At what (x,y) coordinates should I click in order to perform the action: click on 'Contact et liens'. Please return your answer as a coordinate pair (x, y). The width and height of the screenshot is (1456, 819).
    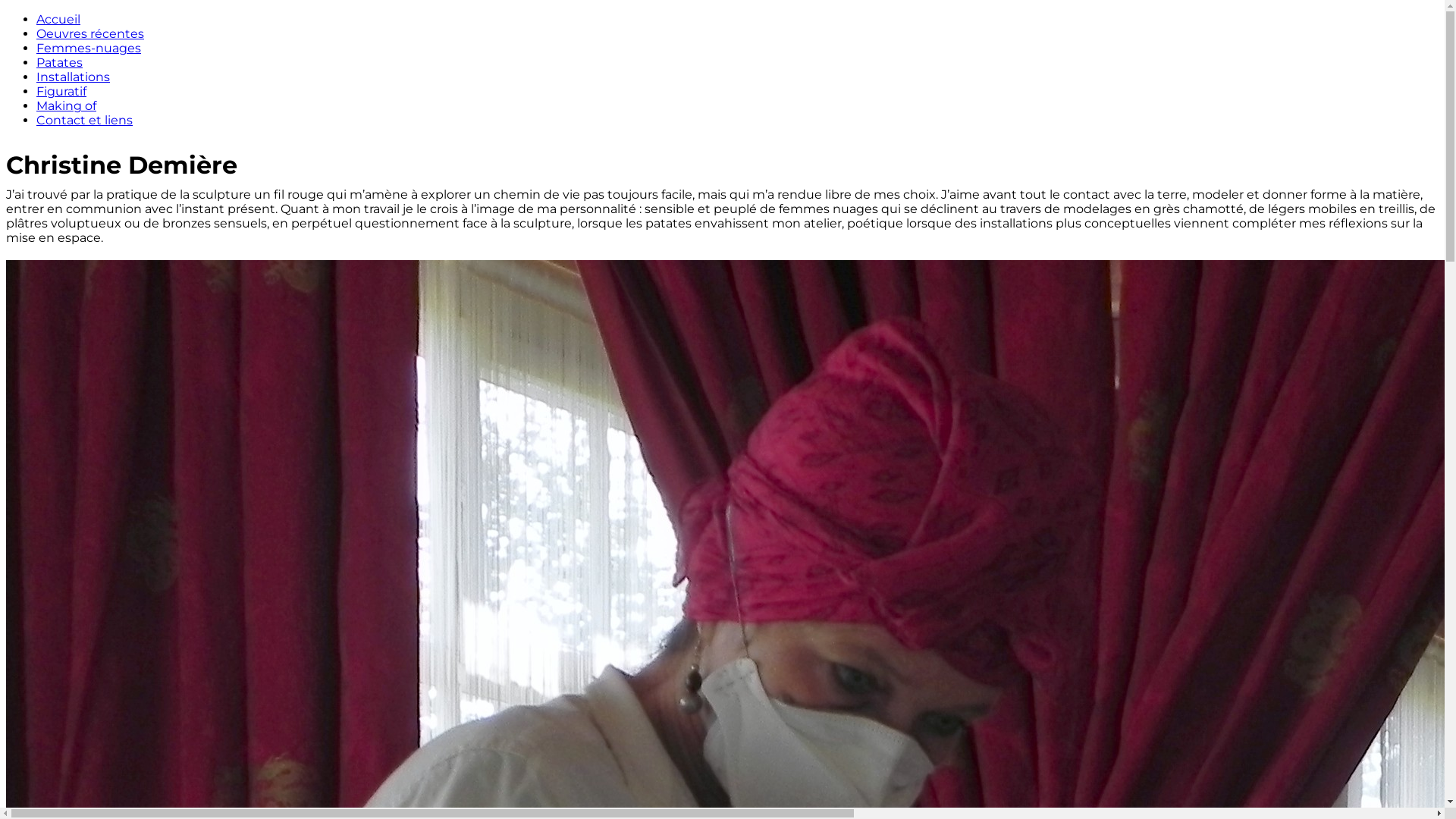
    Looking at the image, I should click on (83, 119).